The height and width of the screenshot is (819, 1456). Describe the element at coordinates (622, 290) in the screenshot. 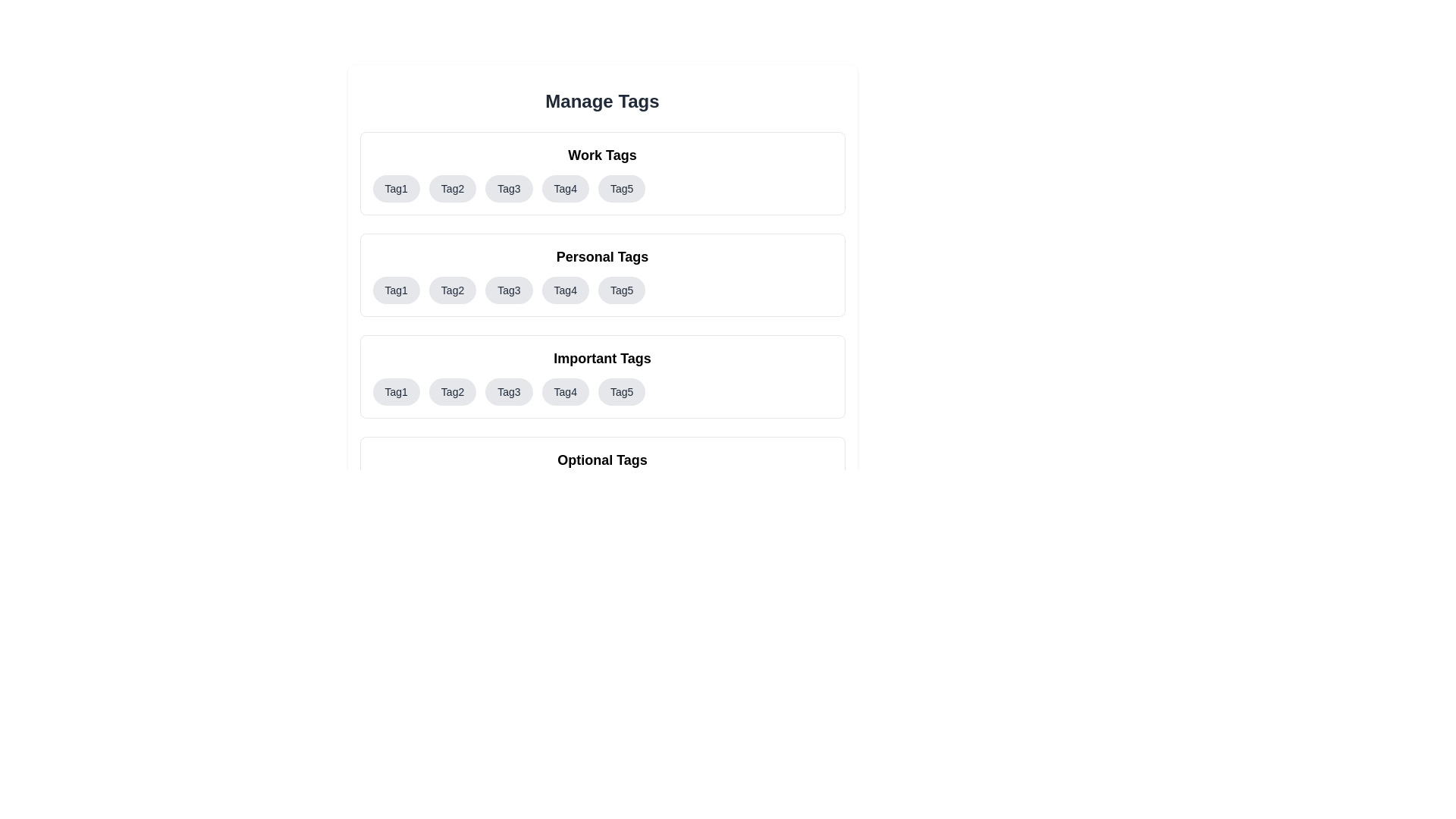

I see `the fifth tag in the 'Personal Tags' group` at that location.